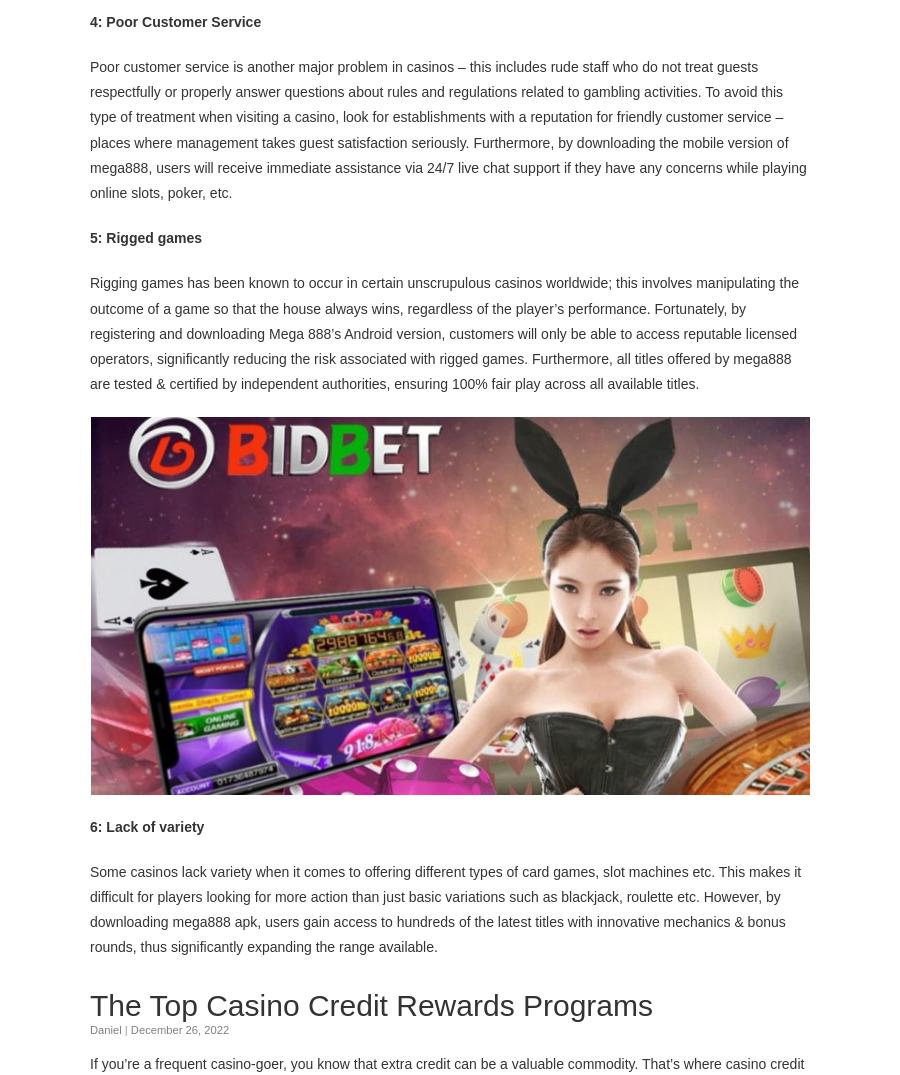  What do you see at coordinates (179, 1028) in the screenshot?
I see `'December 26, 2022'` at bounding box center [179, 1028].